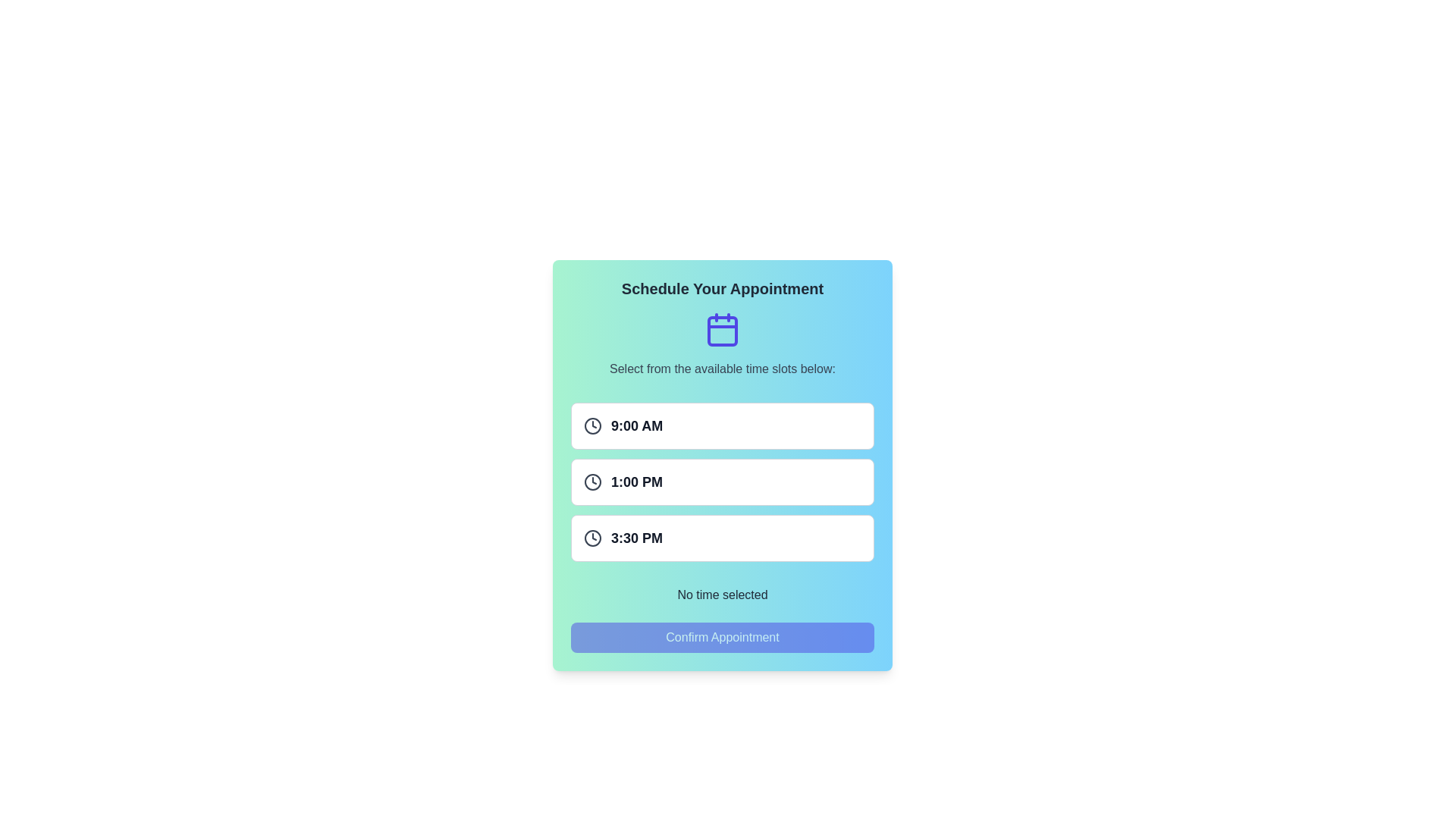  I want to click on the third selectable time slot button for navigation, so click(722, 537).